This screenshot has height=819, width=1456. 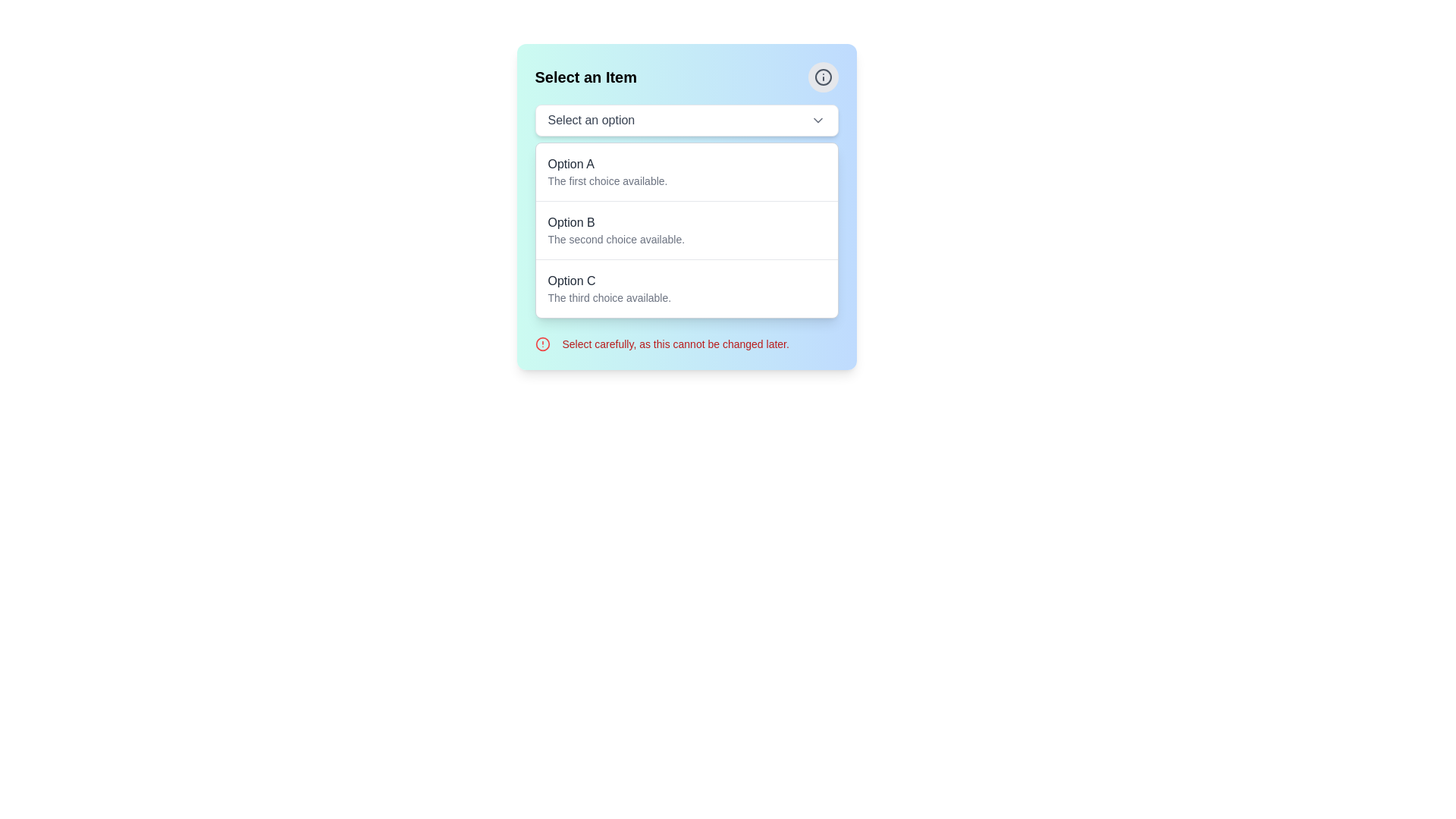 I want to click on the third selectable option in the dropdown list, so click(x=686, y=288).